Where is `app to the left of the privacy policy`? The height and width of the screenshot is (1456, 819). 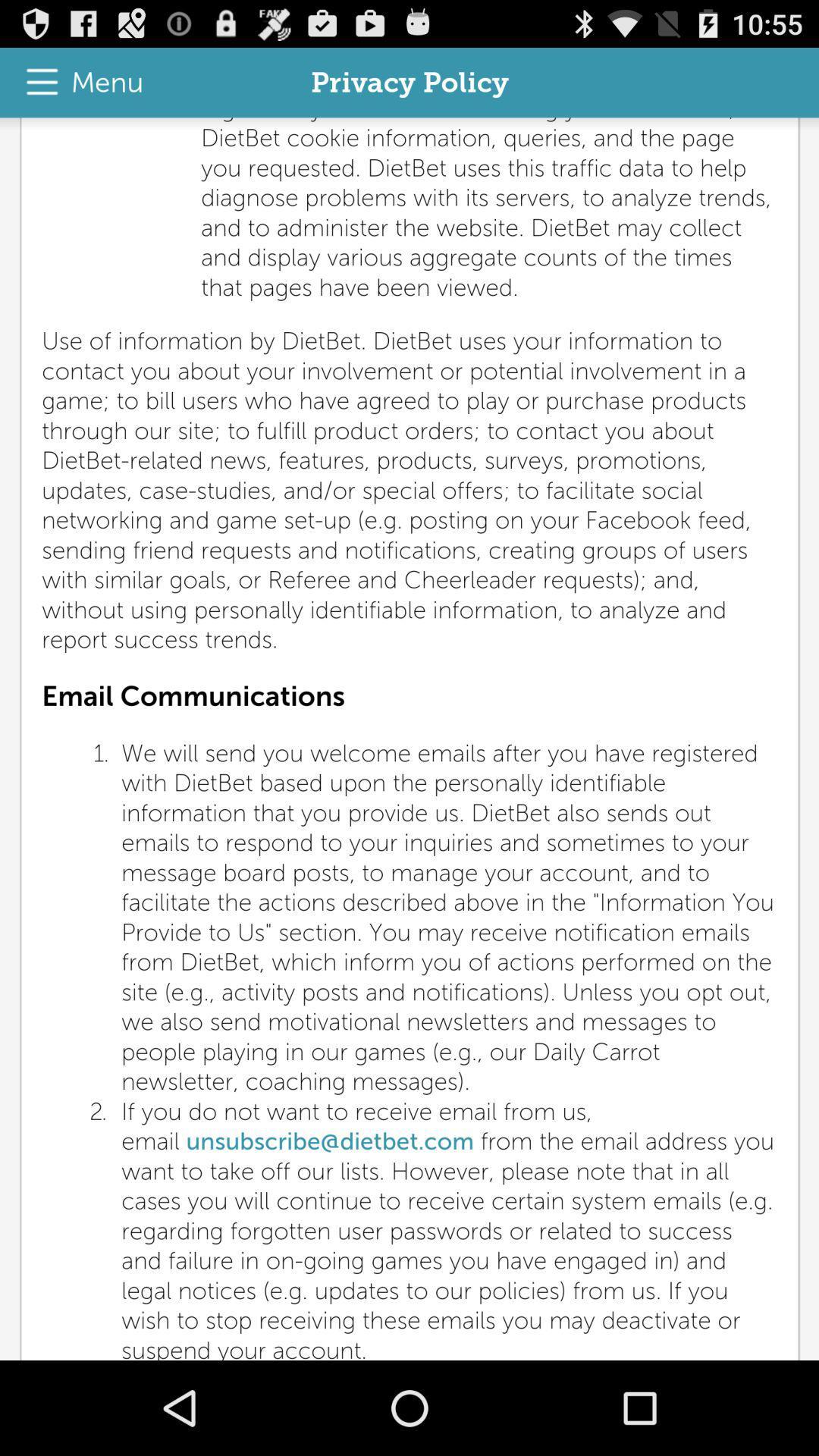
app to the left of the privacy policy is located at coordinates (77, 82).